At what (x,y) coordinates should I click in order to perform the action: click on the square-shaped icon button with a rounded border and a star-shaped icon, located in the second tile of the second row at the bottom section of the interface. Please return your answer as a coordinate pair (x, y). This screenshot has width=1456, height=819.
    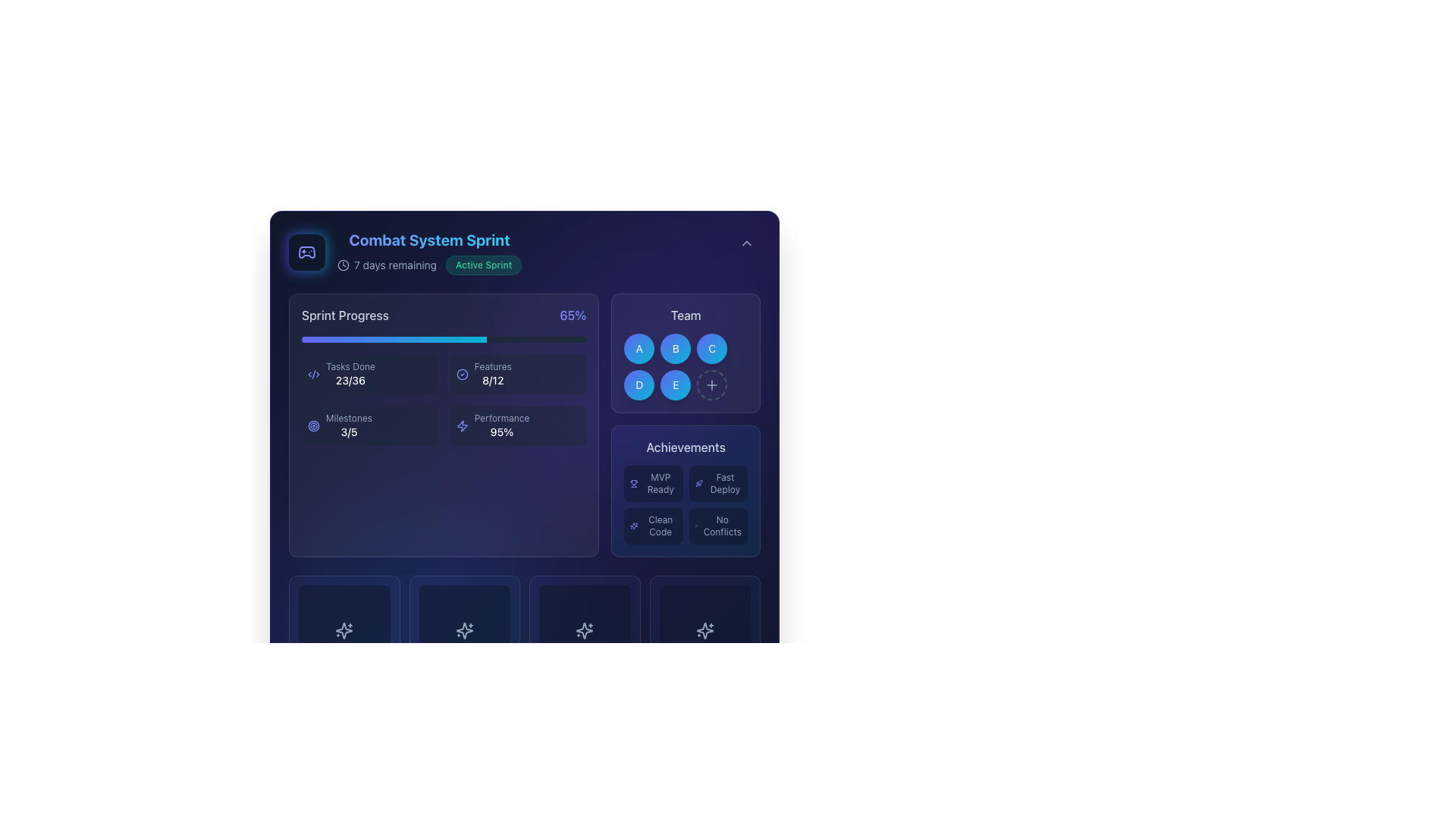
    Looking at the image, I should click on (463, 631).